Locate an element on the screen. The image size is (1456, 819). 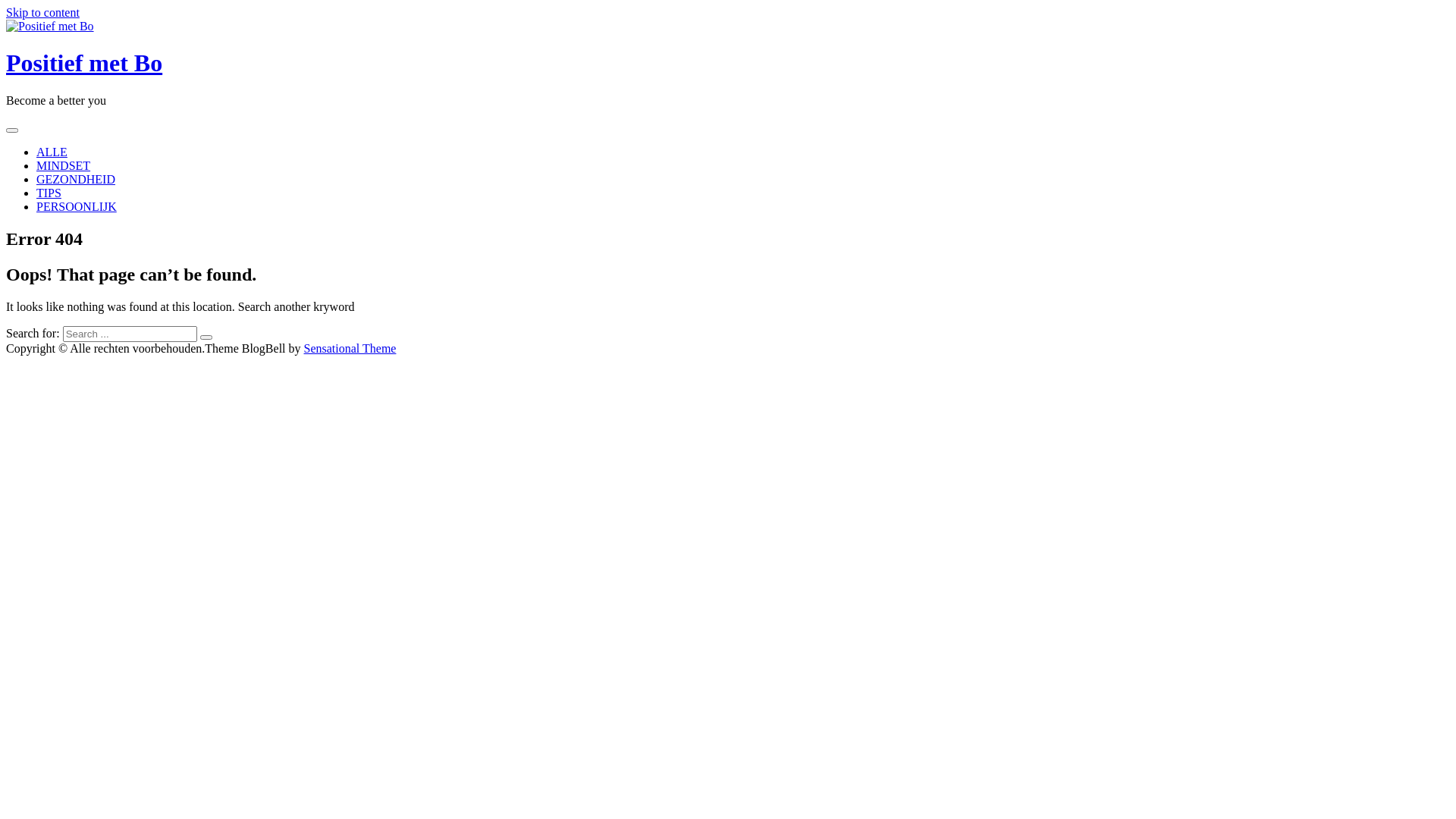
'TIPS' is located at coordinates (49, 192).